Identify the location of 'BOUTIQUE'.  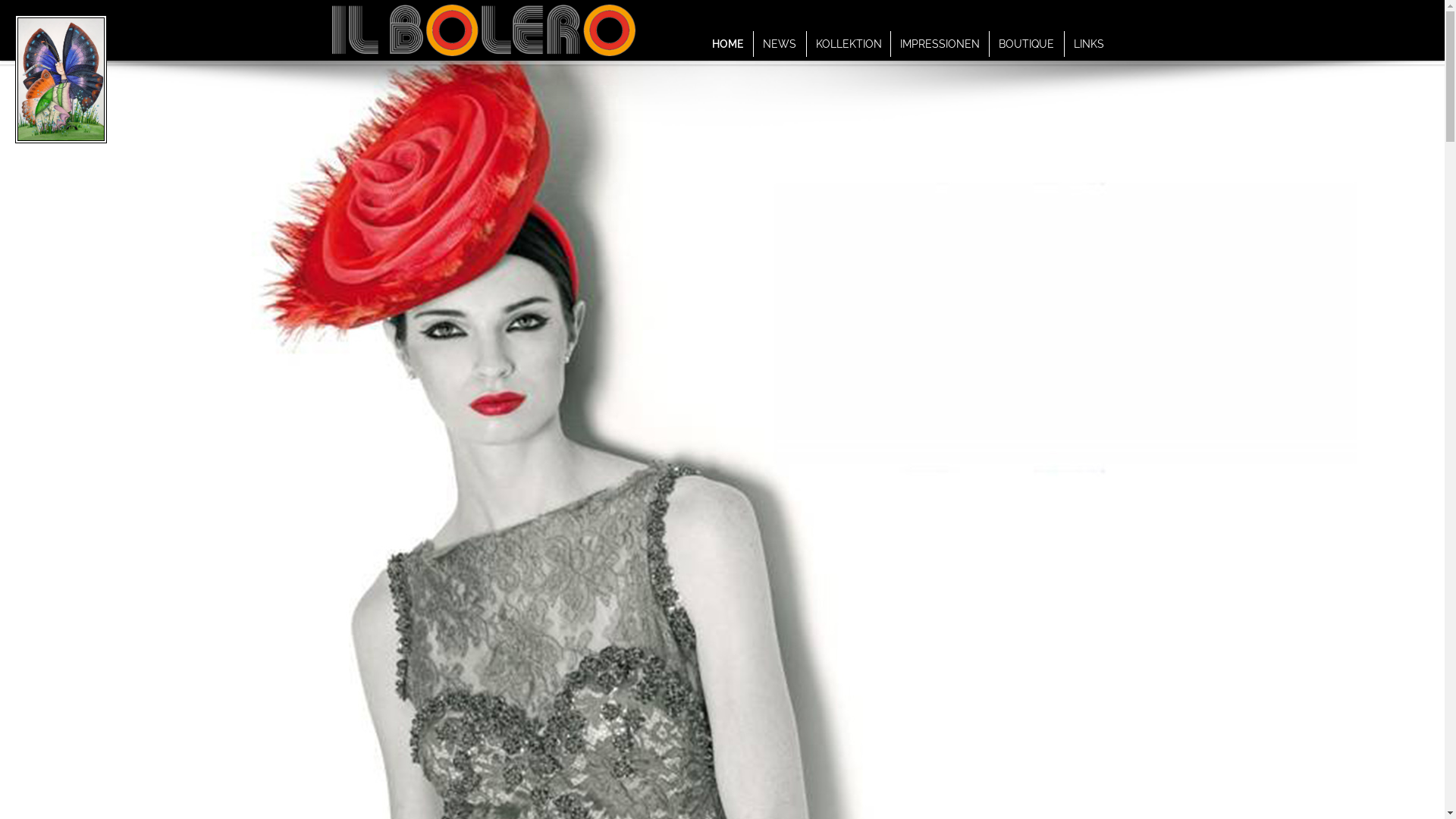
(1026, 42).